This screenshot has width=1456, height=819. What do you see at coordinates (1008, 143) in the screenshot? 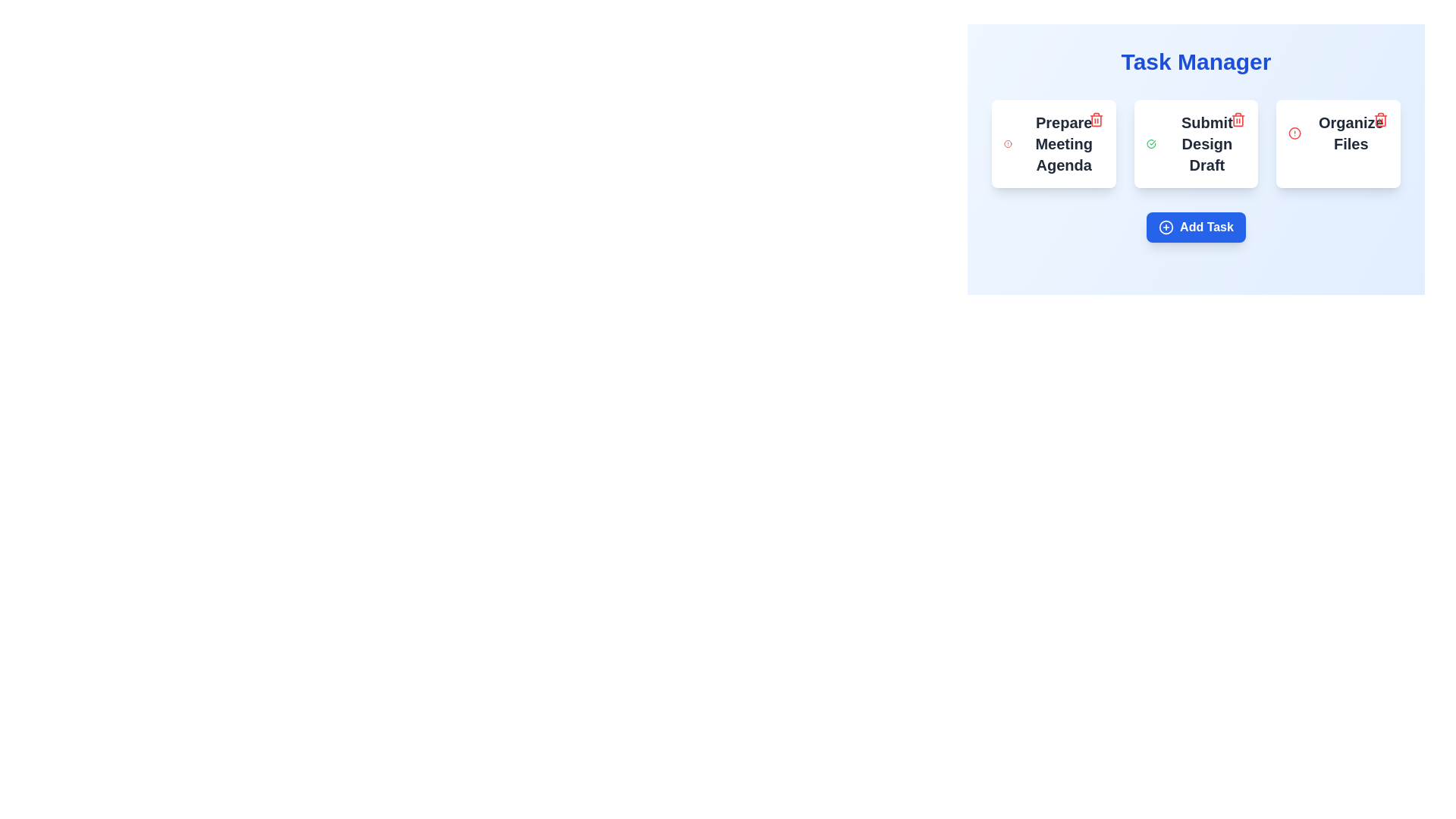
I see `the warning icon (Circle with Stroke) located in the top-right corner of the 'Organize Files' task card to possibly see a tooltip` at bounding box center [1008, 143].